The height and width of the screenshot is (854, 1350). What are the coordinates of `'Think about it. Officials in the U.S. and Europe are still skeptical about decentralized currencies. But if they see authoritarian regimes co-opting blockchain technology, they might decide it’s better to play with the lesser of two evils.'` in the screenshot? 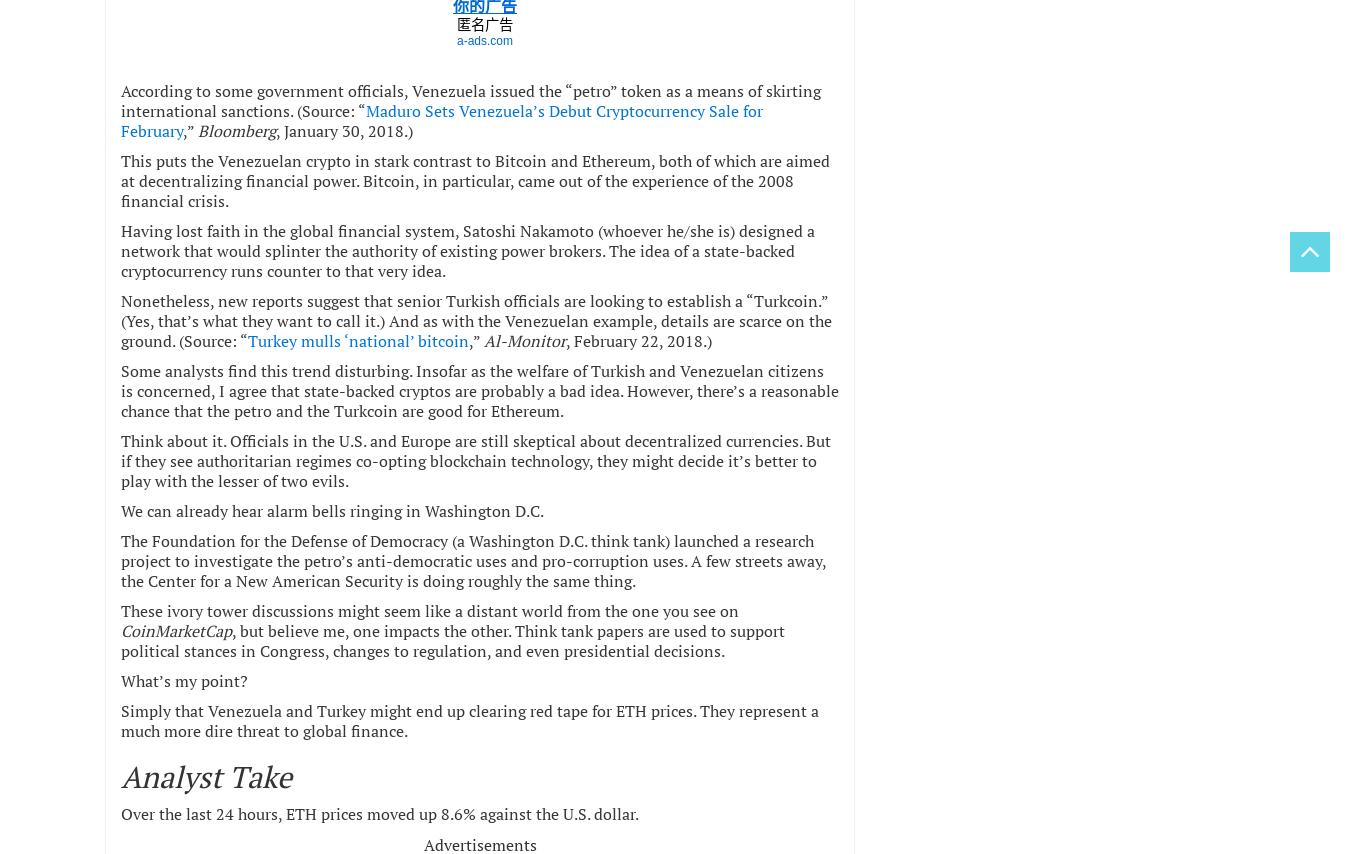 It's located at (120, 459).